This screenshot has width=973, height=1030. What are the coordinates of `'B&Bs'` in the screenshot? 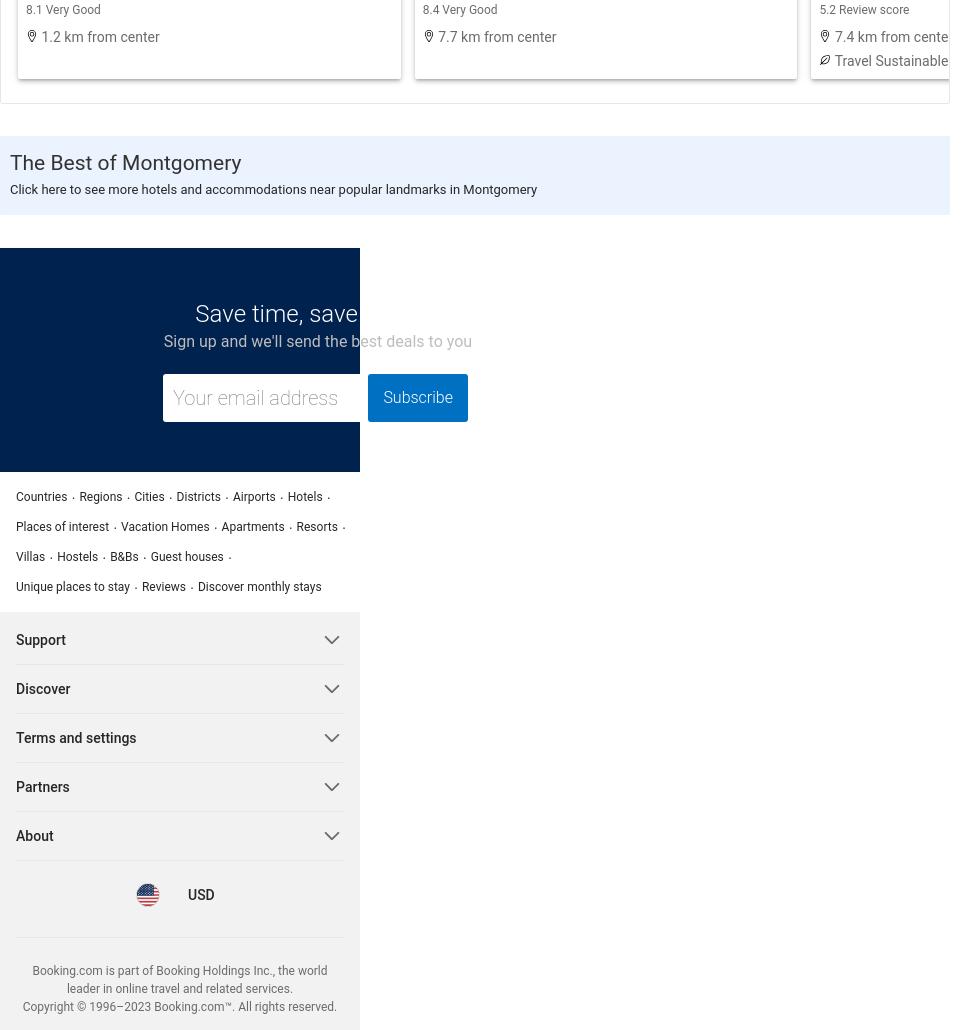 It's located at (122, 555).